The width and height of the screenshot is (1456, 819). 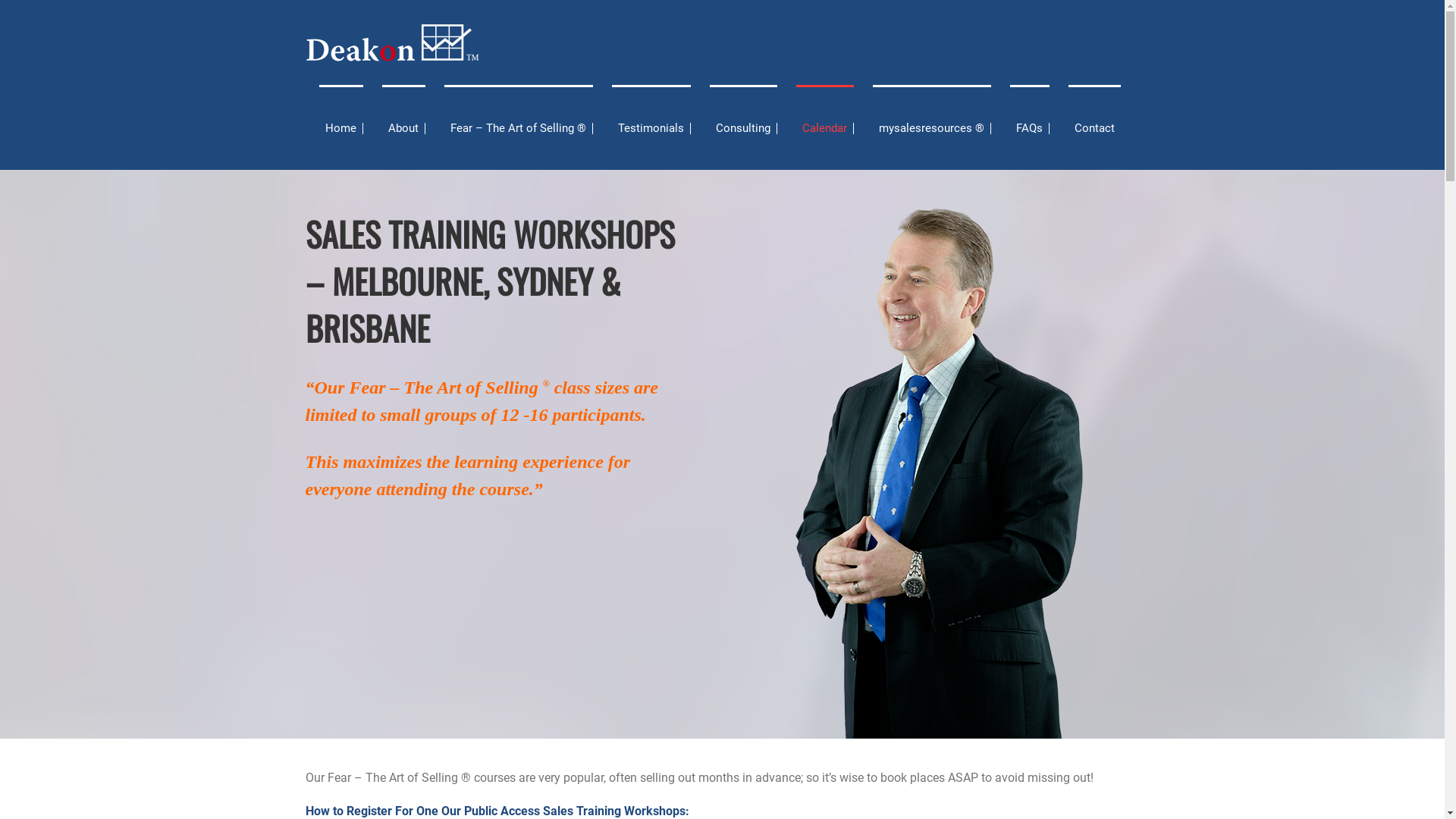 I want to click on 'FAQs', so click(x=1030, y=127).